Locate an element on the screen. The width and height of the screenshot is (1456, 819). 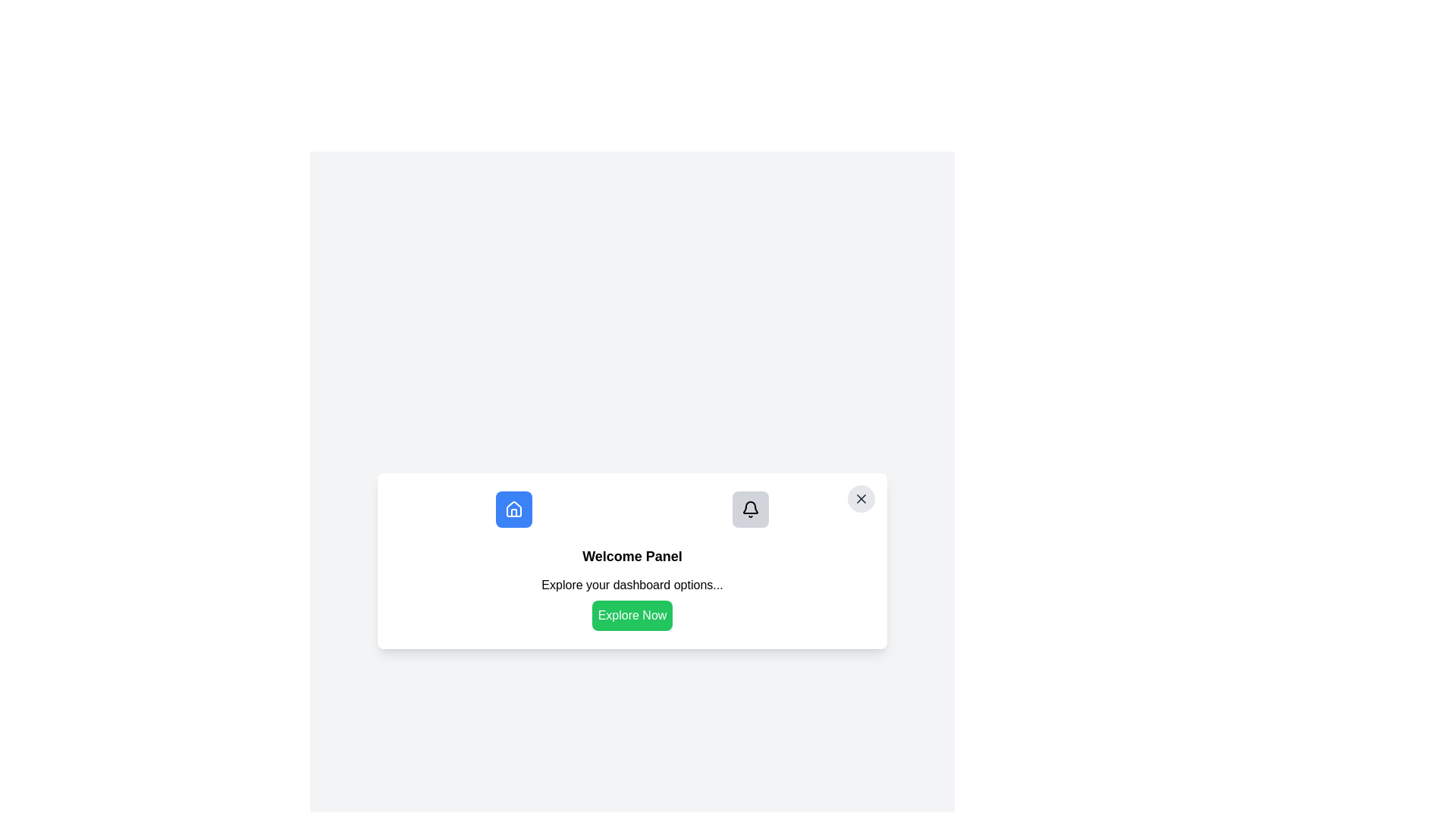
the close icon located at the top right corner of the white card interface, which is represented by an 'X' graphic is located at coordinates (861, 499).